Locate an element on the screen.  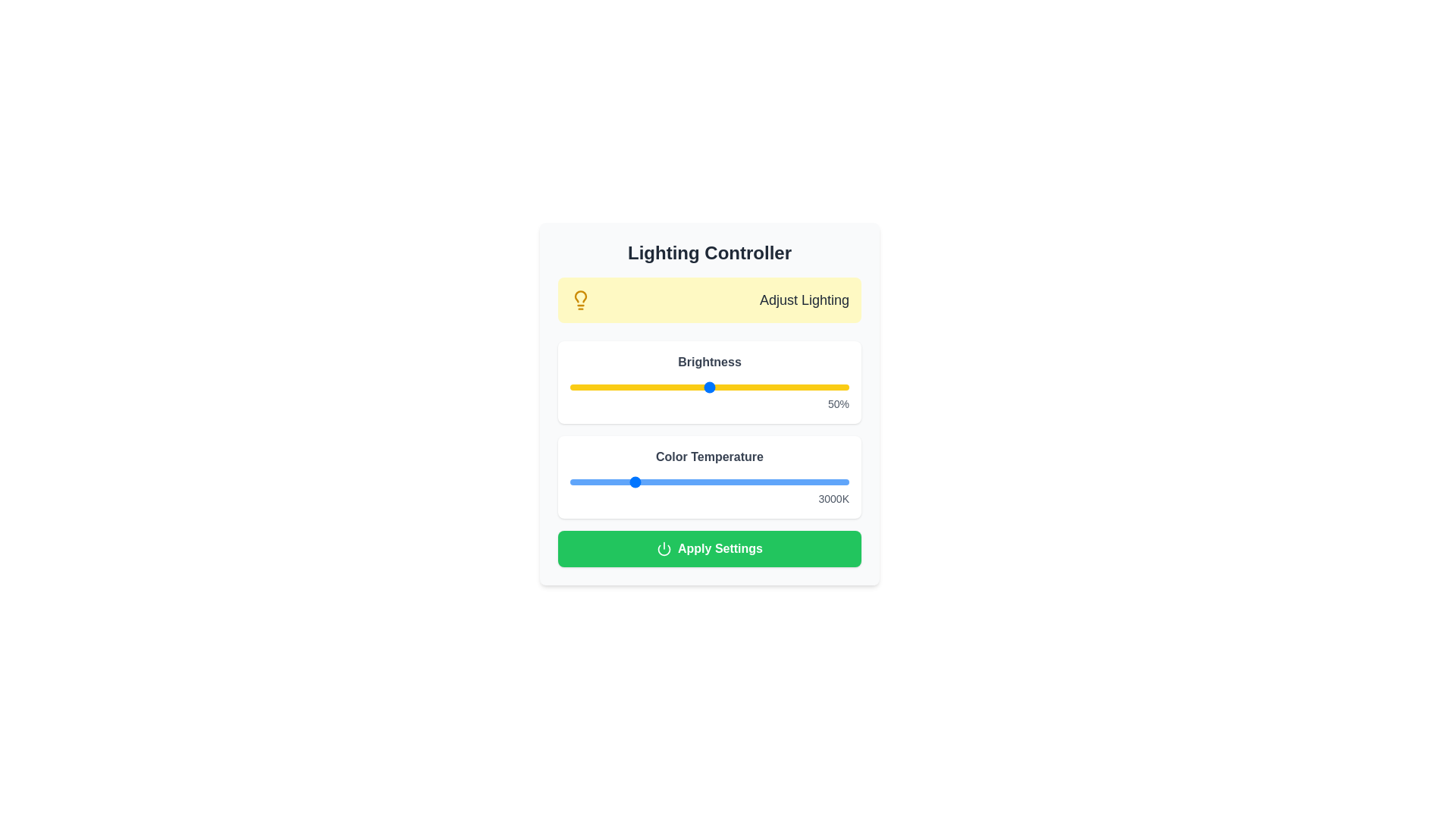
the 'Adjust Lighting' icon or text to interact with the lighting adjustment feature is located at coordinates (580, 300).